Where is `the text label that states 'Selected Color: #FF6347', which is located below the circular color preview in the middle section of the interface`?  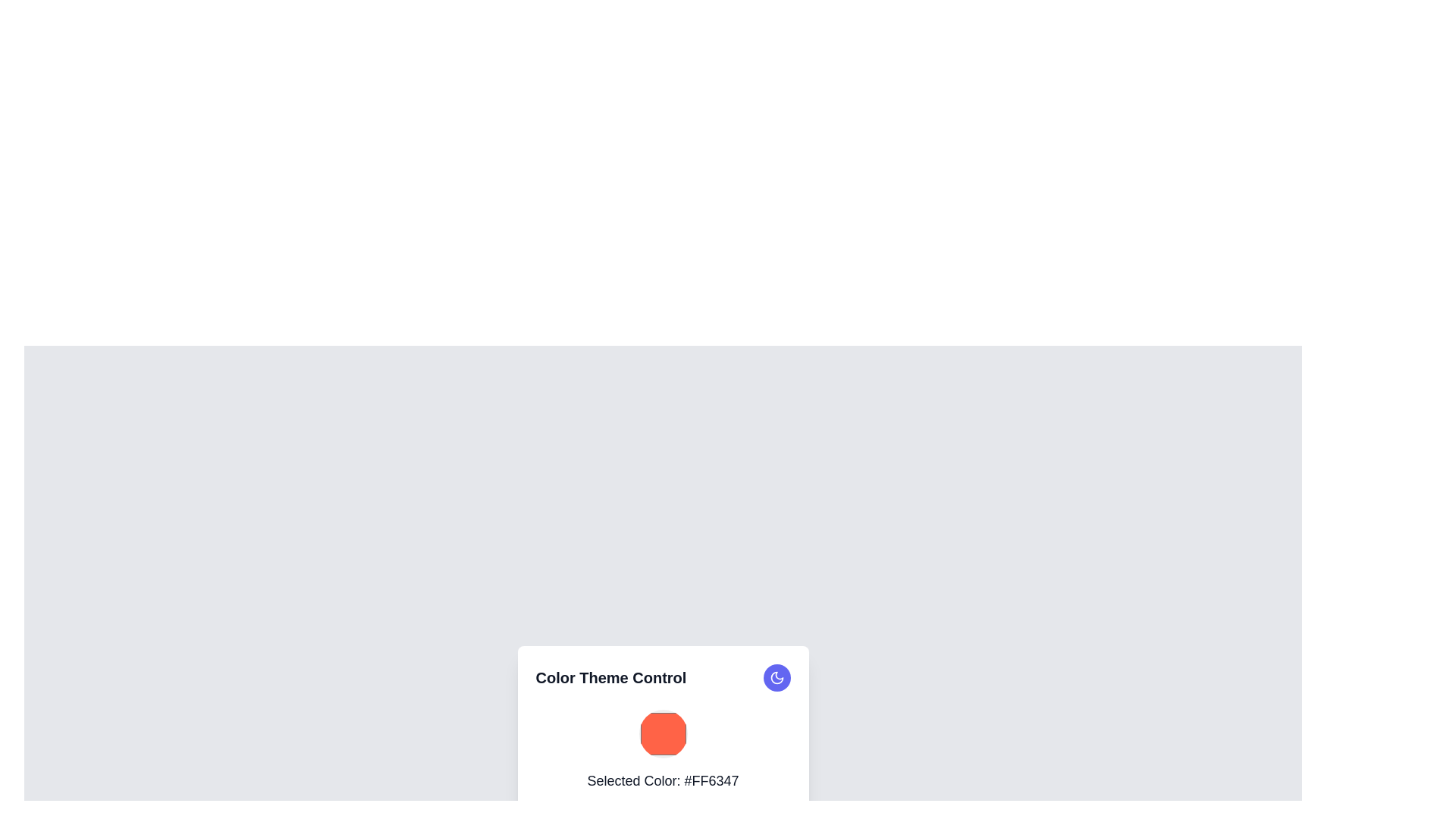 the text label that states 'Selected Color: #FF6347', which is located below the circular color preview in the middle section of the interface is located at coordinates (663, 780).